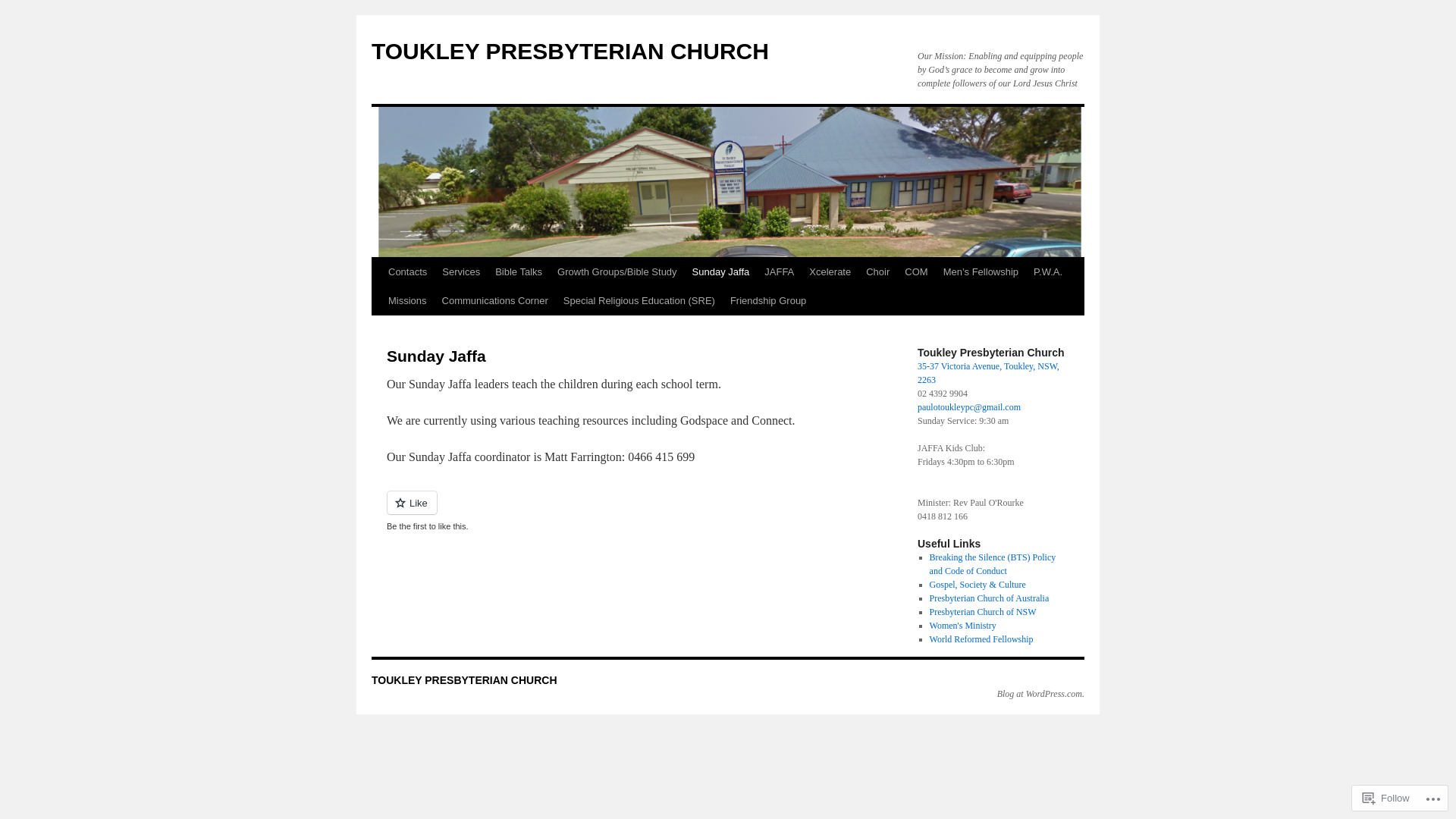 The width and height of the screenshot is (1456, 819). Describe the element at coordinates (407, 271) in the screenshot. I see `'Contacts'` at that location.